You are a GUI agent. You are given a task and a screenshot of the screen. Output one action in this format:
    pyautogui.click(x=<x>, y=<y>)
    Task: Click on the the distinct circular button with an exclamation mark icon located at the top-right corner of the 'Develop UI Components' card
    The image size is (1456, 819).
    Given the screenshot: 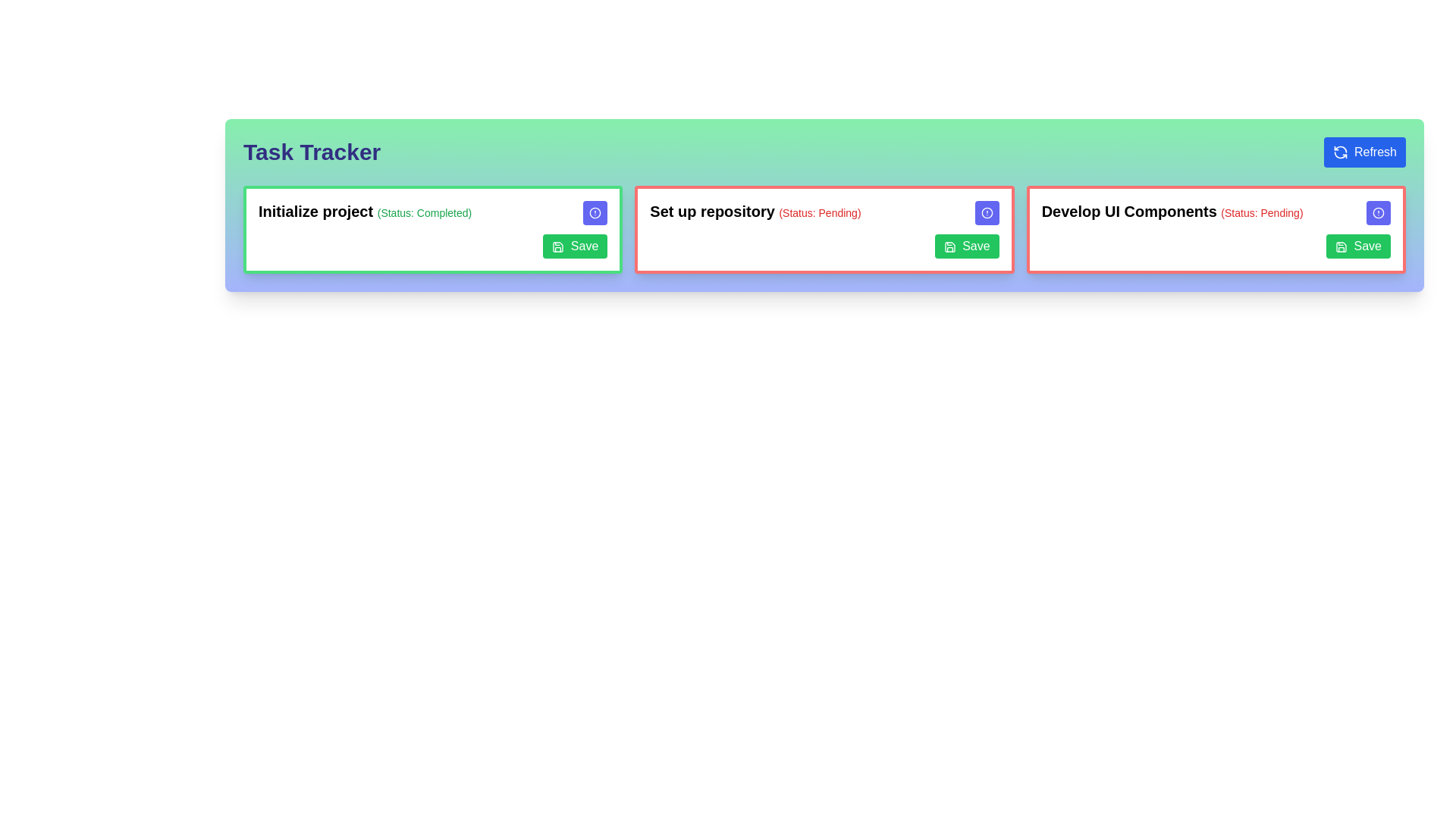 What is the action you would take?
    pyautogui.click(x=1379, y=213)
    